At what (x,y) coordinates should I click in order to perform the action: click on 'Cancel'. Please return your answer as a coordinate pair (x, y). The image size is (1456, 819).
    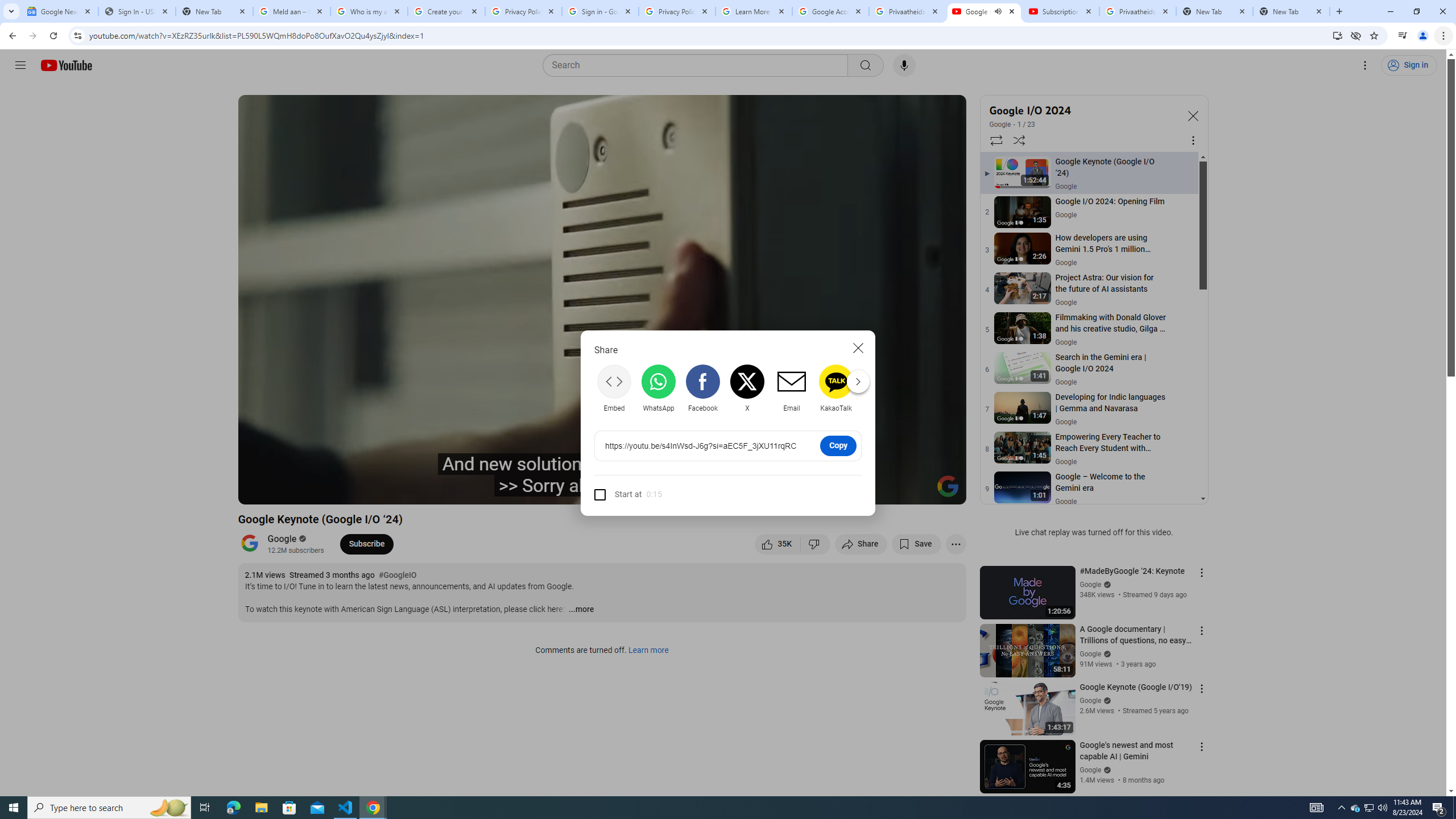
    Looking at the image, I should click on (858, 347).